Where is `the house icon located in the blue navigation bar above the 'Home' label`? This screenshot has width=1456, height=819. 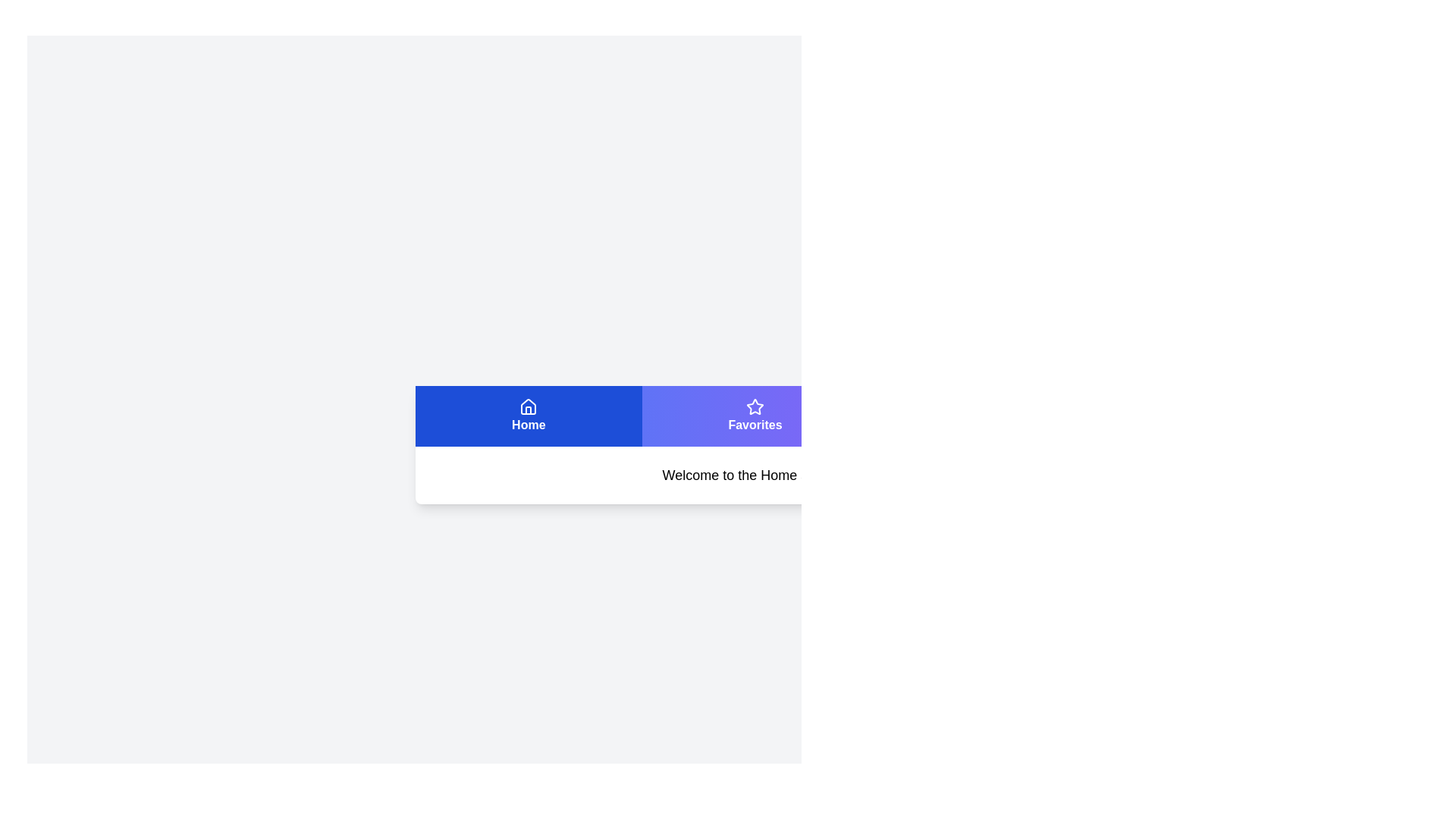 the house icon located in the blue navigation bar above the 'Home' label is located at coordinates (529, 406).